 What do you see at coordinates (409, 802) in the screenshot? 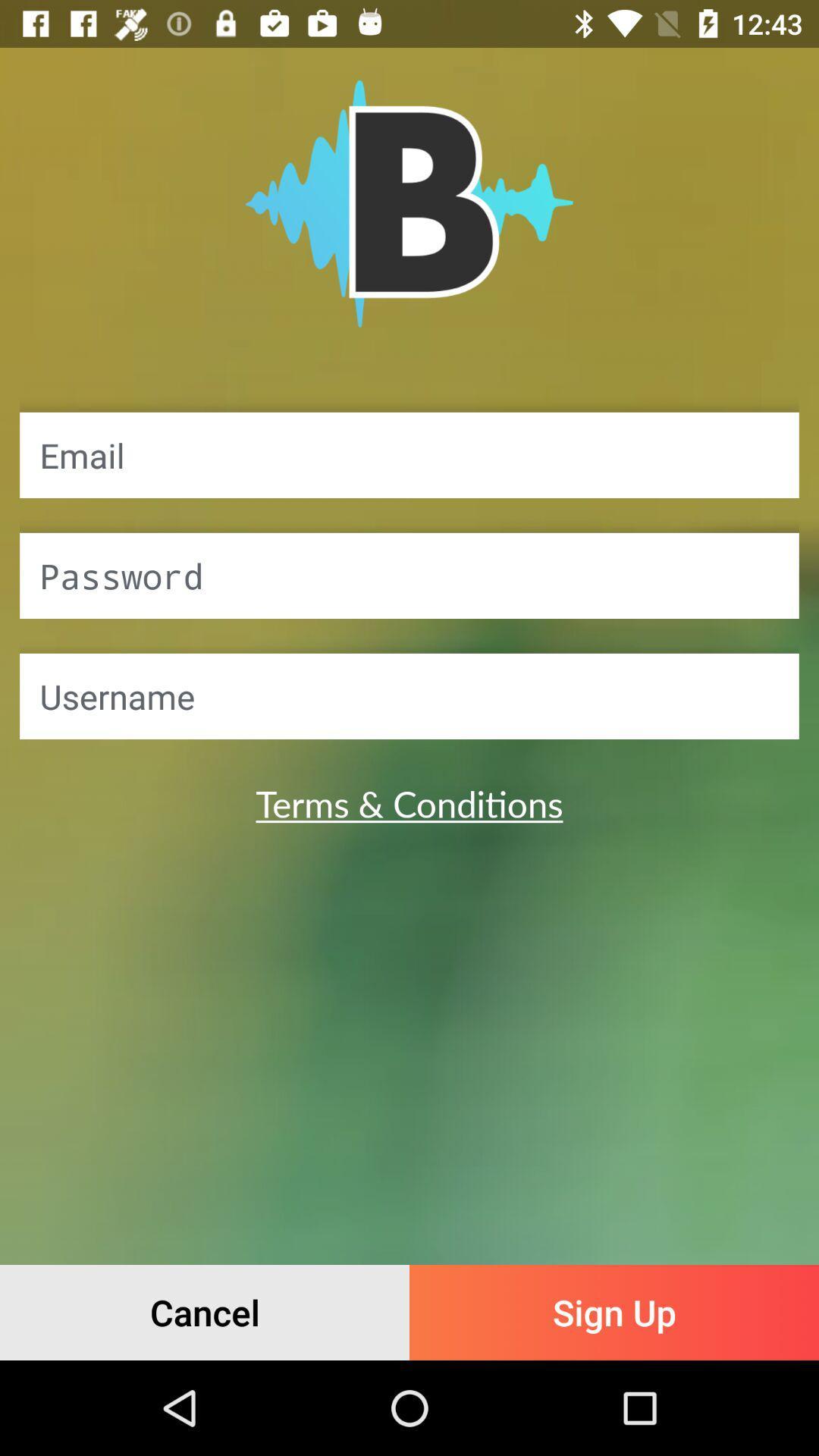
I see `item above cancel icon` at bounding box center [409, 802].